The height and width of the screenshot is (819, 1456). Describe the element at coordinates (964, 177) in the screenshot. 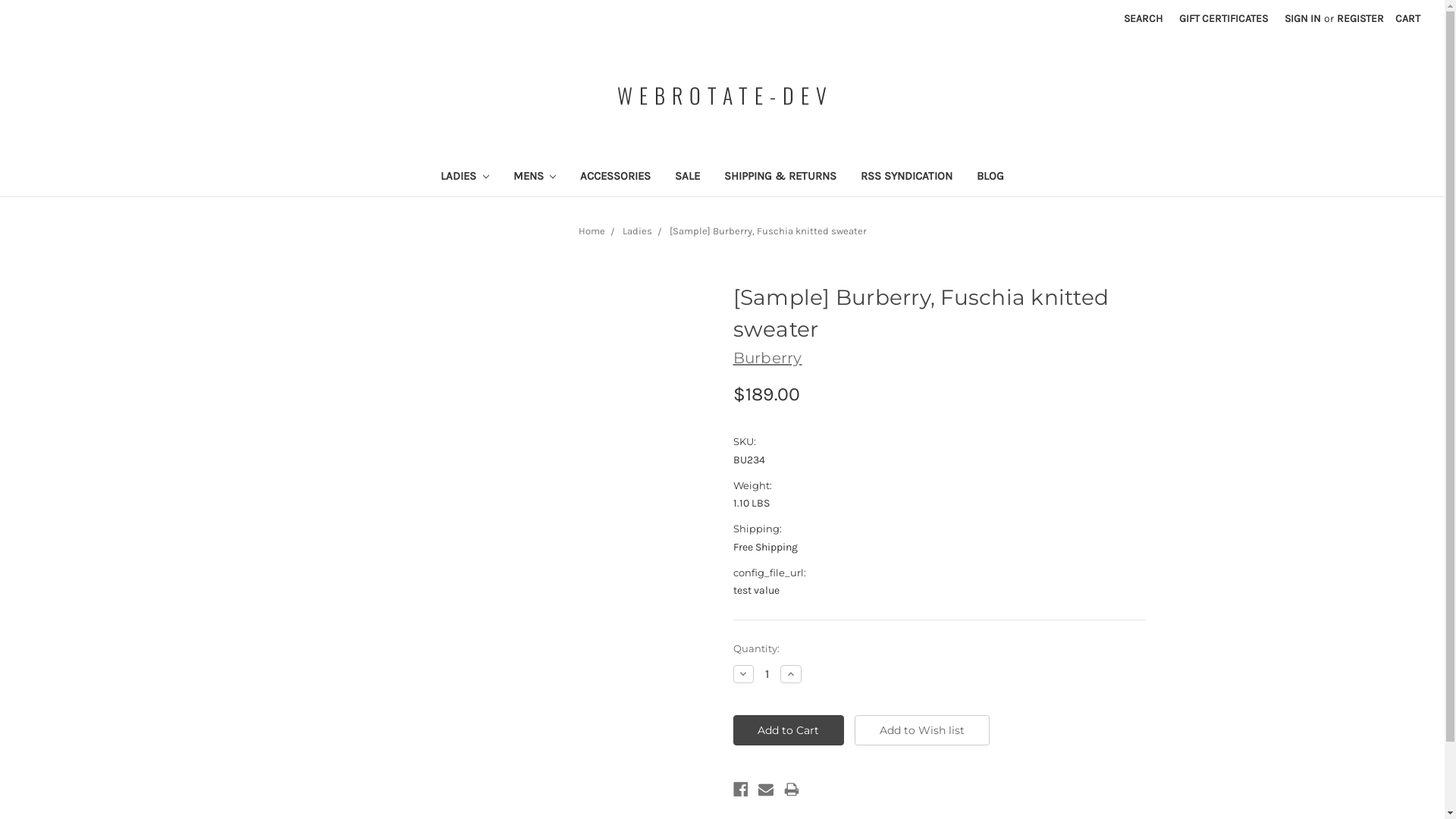

I see `'BLOG'` at that location.